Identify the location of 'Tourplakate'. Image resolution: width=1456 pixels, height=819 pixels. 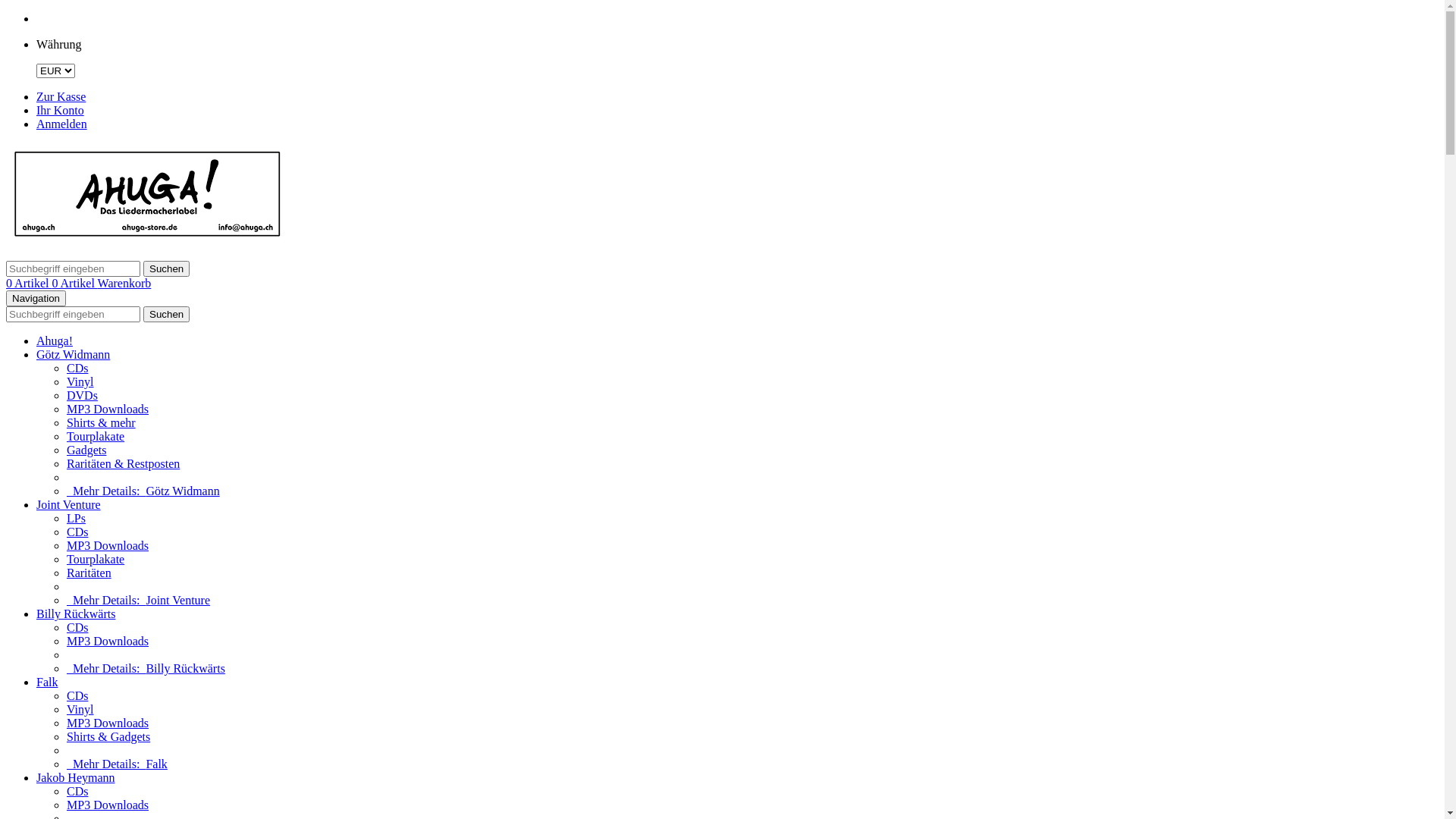
(94, 436).